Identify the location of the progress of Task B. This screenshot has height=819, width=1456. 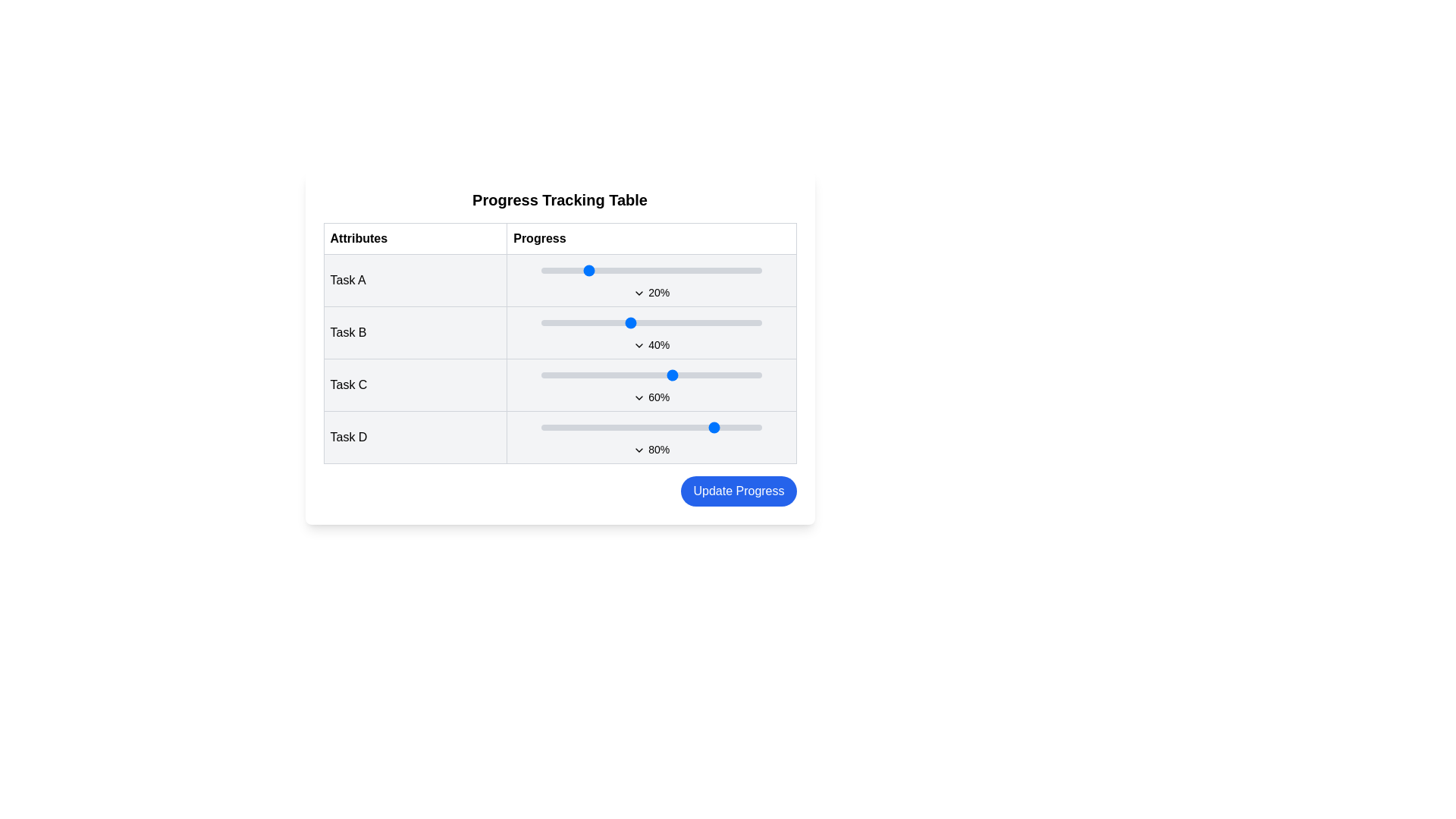
(636, 322).